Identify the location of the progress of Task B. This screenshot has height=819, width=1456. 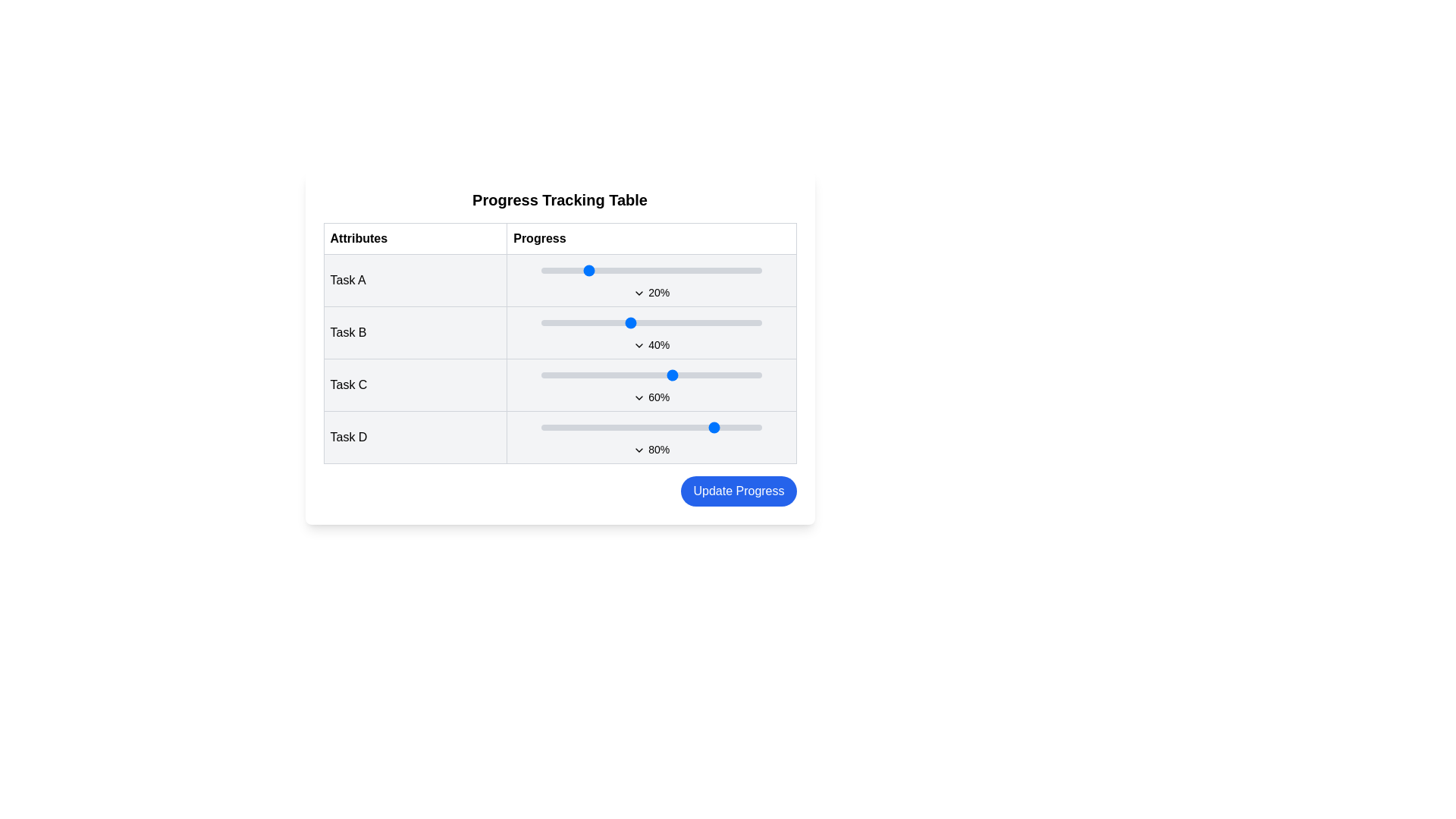
(636, 322).